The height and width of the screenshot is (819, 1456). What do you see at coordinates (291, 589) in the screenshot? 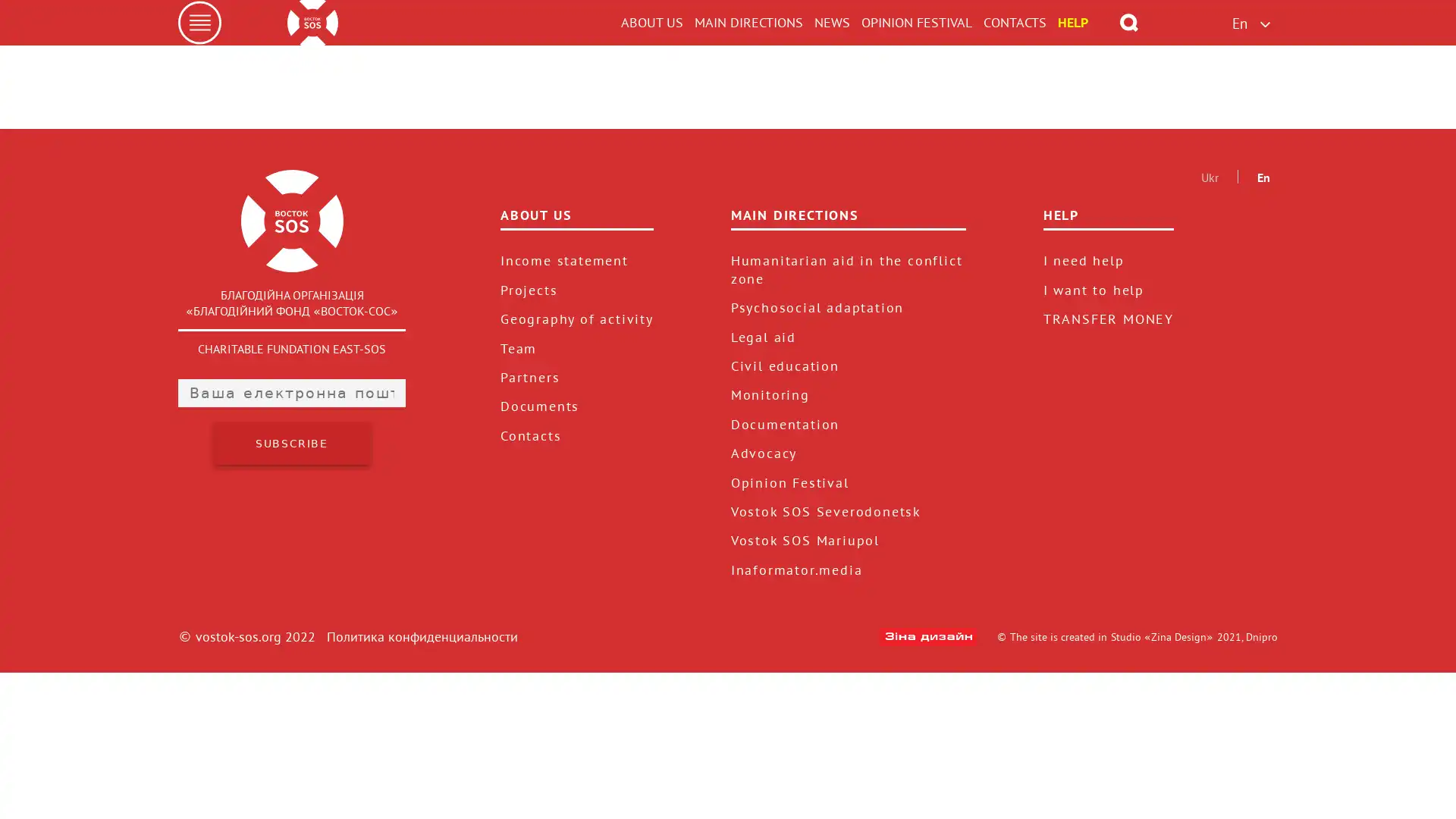
I see `Subscribe` at bounding box center [291, 589].